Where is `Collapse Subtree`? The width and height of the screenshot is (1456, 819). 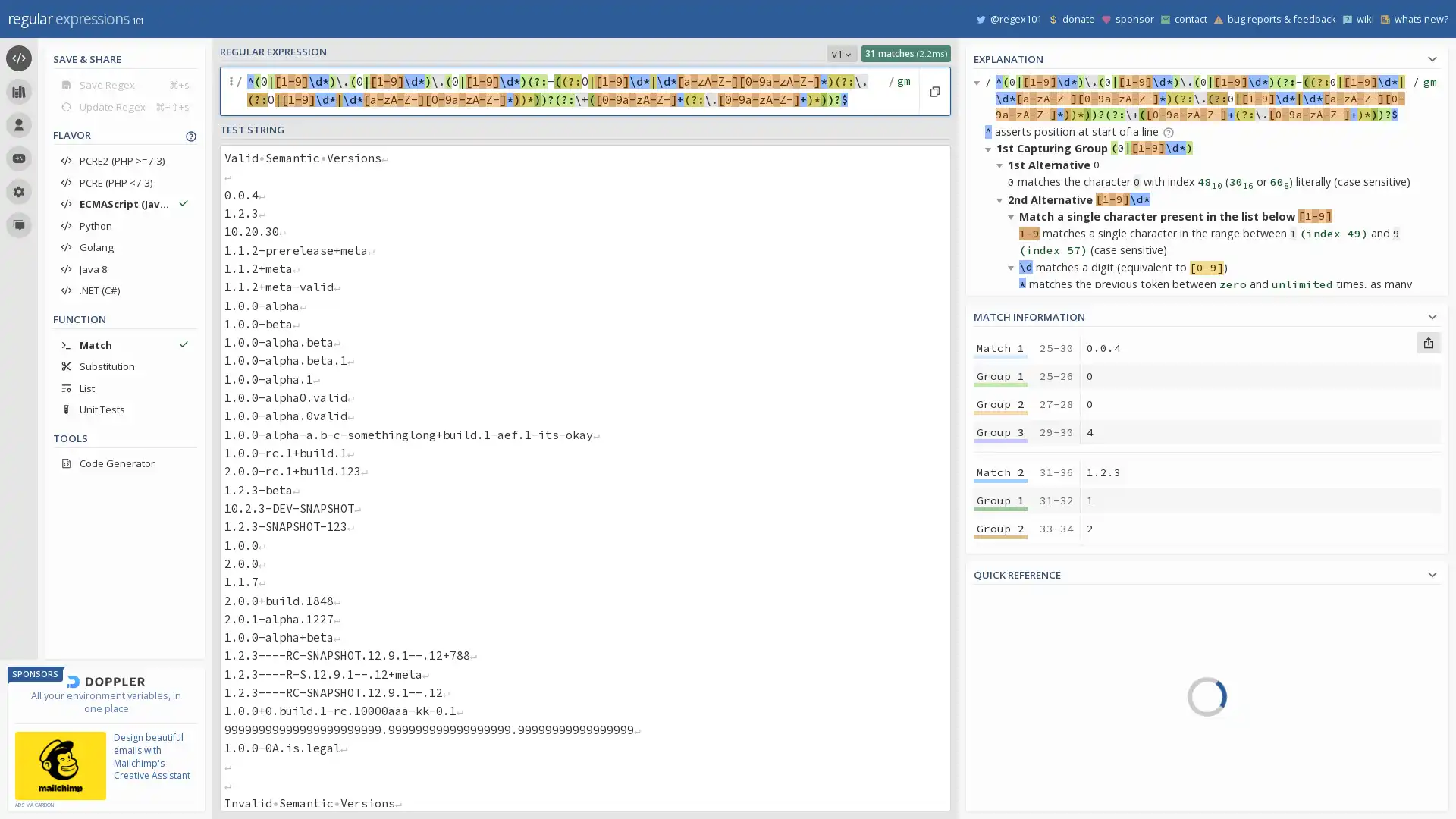 Collapse Subtree is located at coordinates (979, 82).